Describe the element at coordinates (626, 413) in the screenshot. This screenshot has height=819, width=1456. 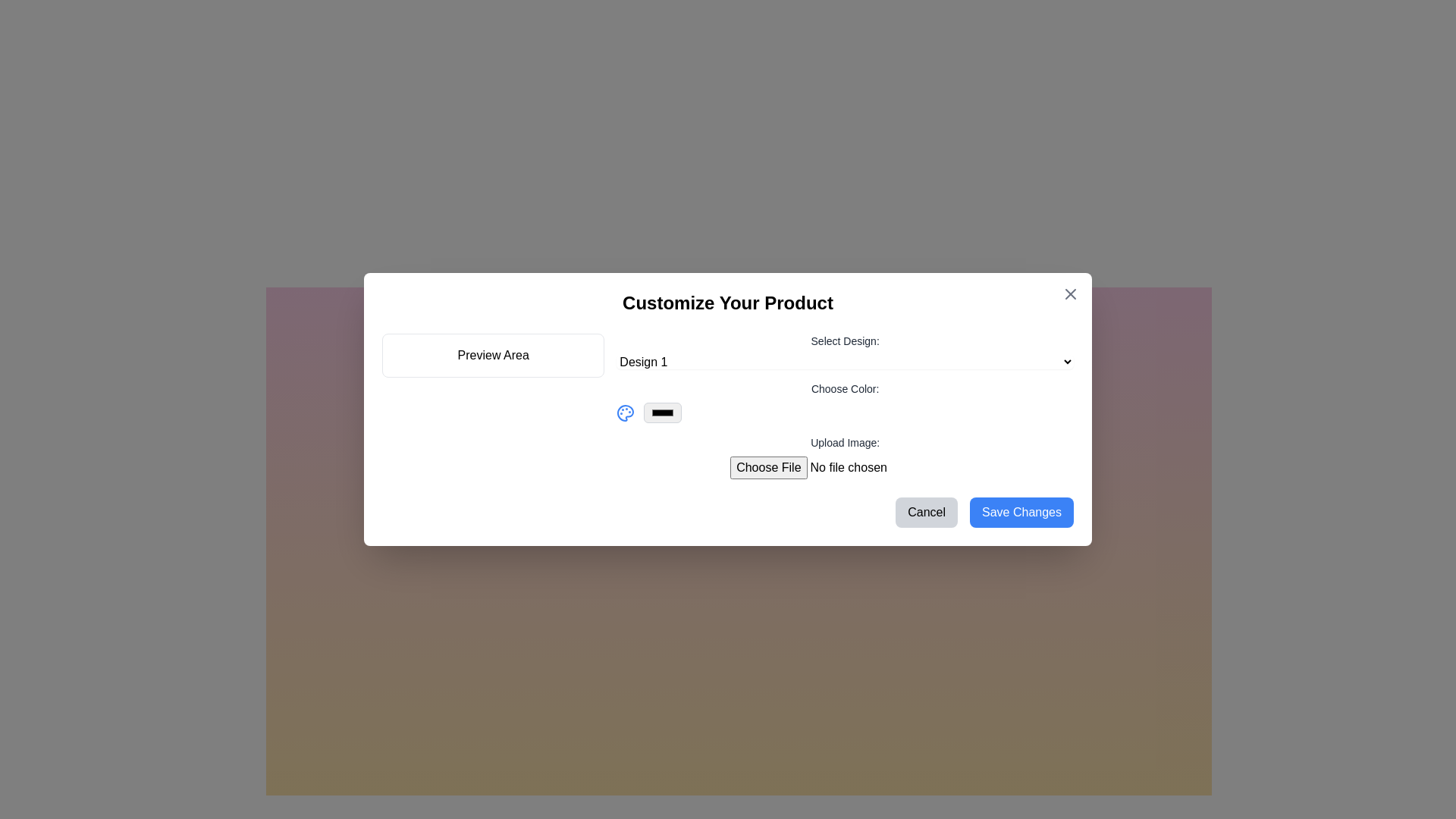
I see `the color palette icon in the 'Choose Color' section of the 'Customize Your Product' modal dialog` at that location.